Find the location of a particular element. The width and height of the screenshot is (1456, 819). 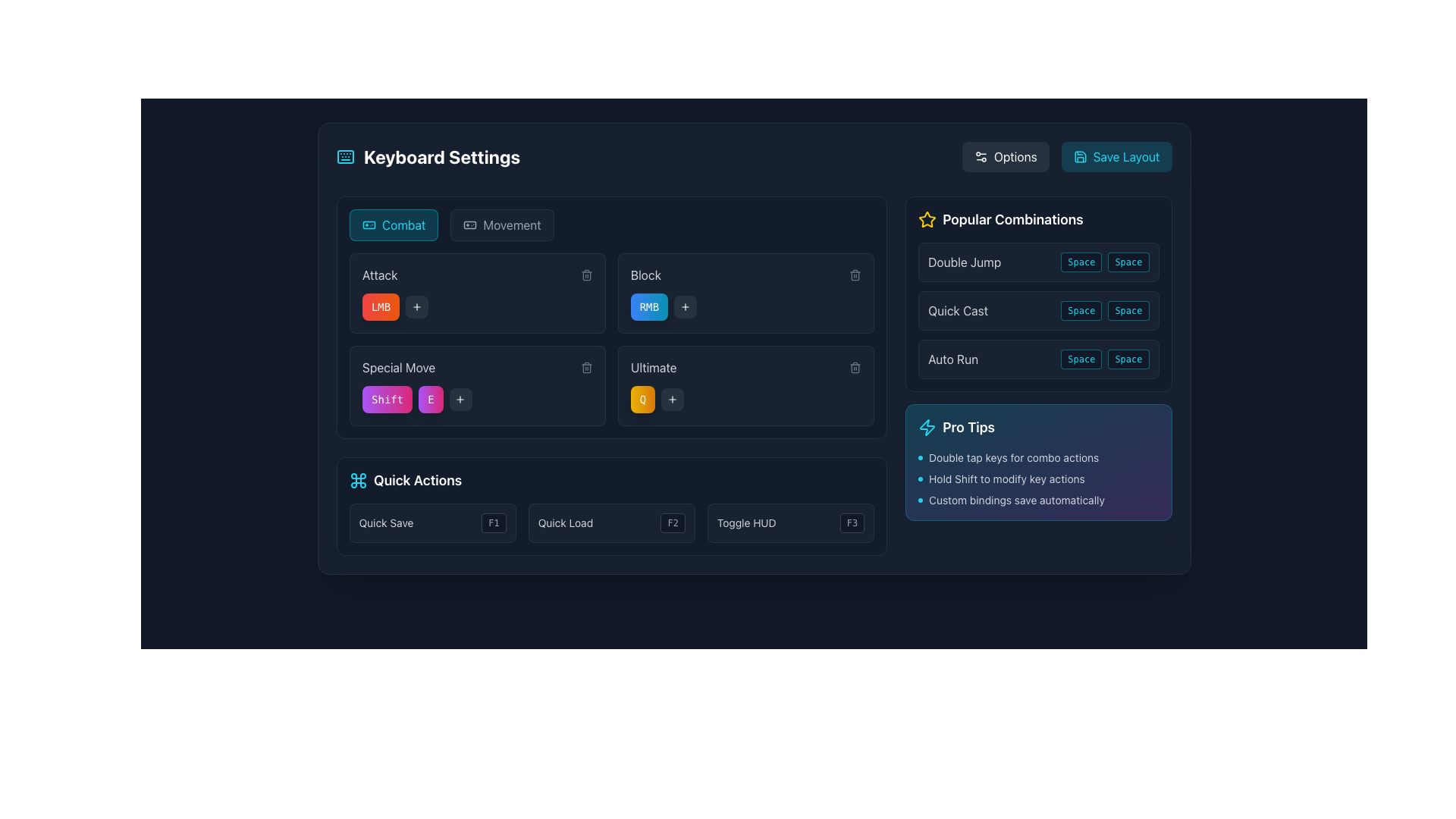

the trash bin icon located at the upper-right corner of the 'Block' card in the 'Combat' section is located at coordinates (855, 276).